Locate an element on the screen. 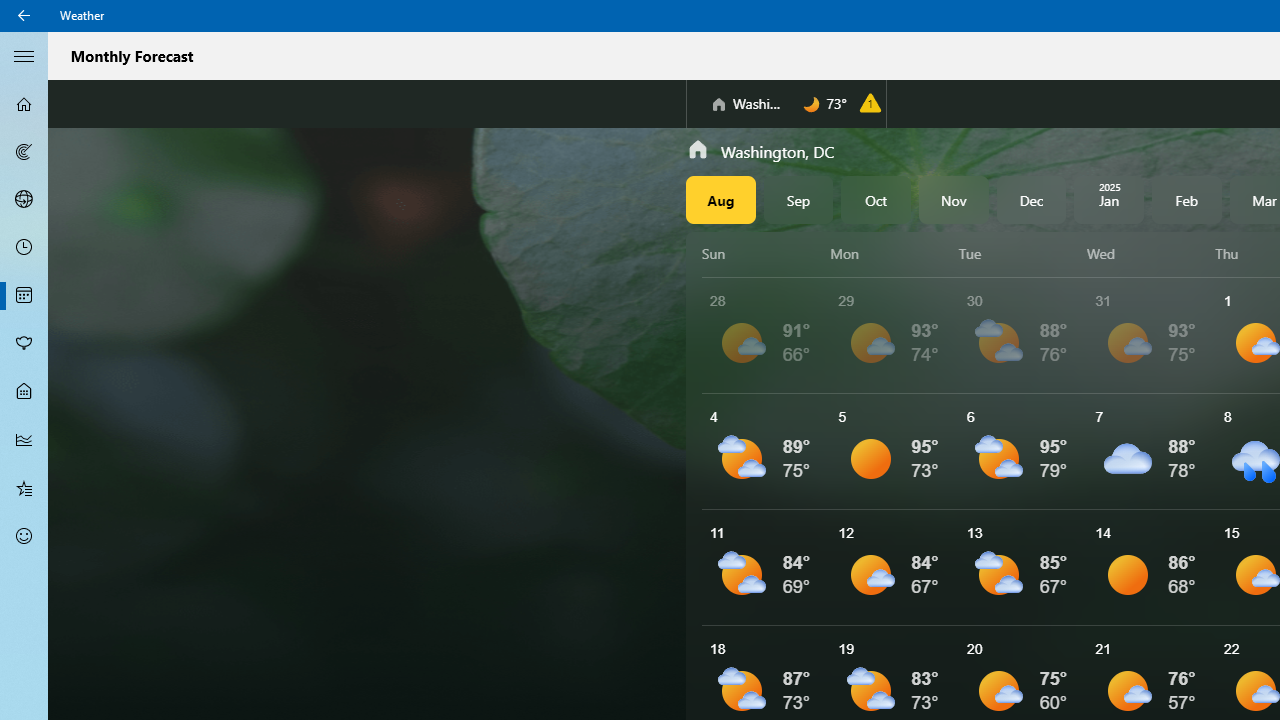  'Historical Weather - Not Selected' is located at coordinates (24, 438).